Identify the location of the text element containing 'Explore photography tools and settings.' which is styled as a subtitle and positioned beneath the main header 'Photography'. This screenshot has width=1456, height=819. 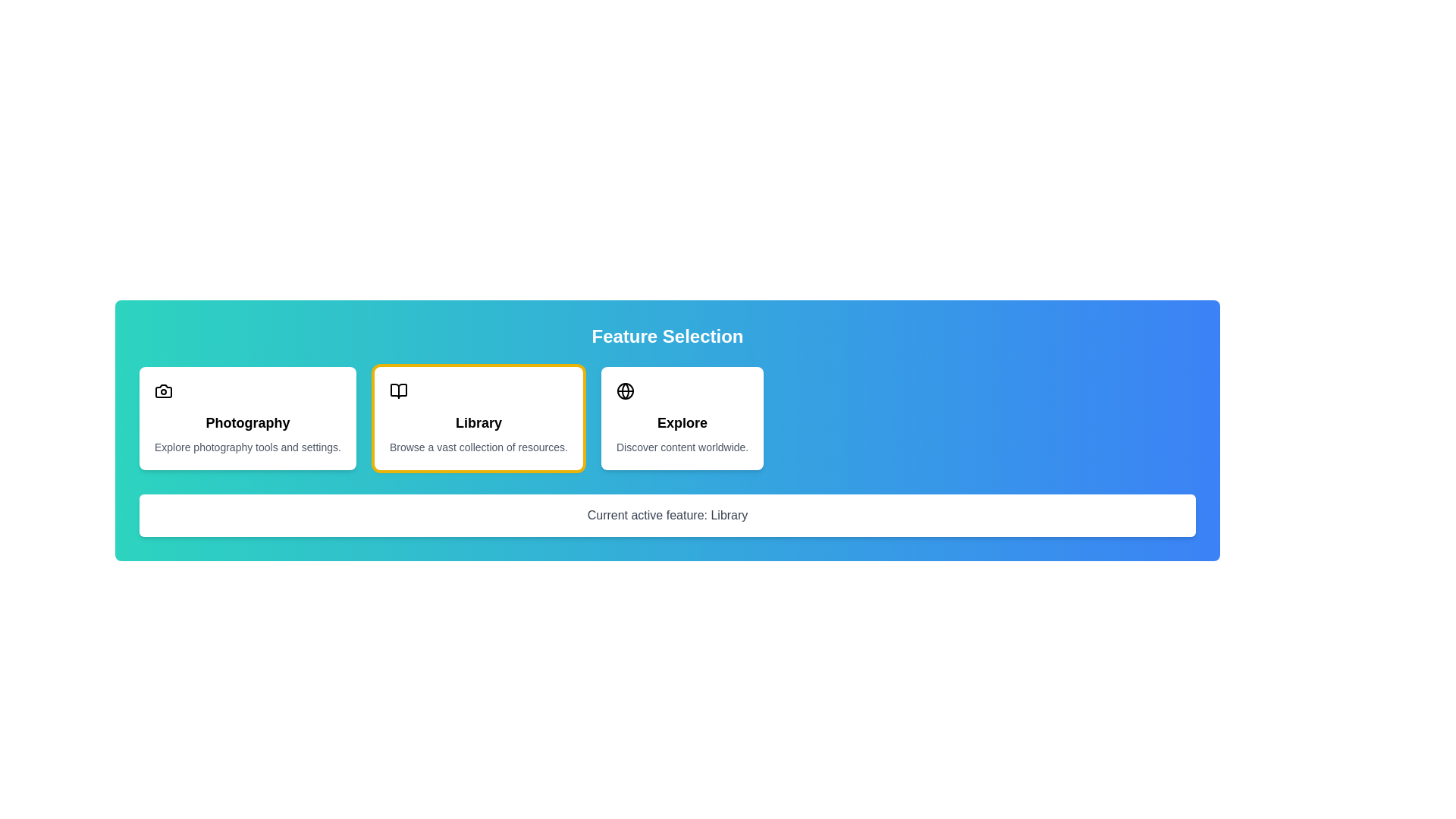
(247, 447).